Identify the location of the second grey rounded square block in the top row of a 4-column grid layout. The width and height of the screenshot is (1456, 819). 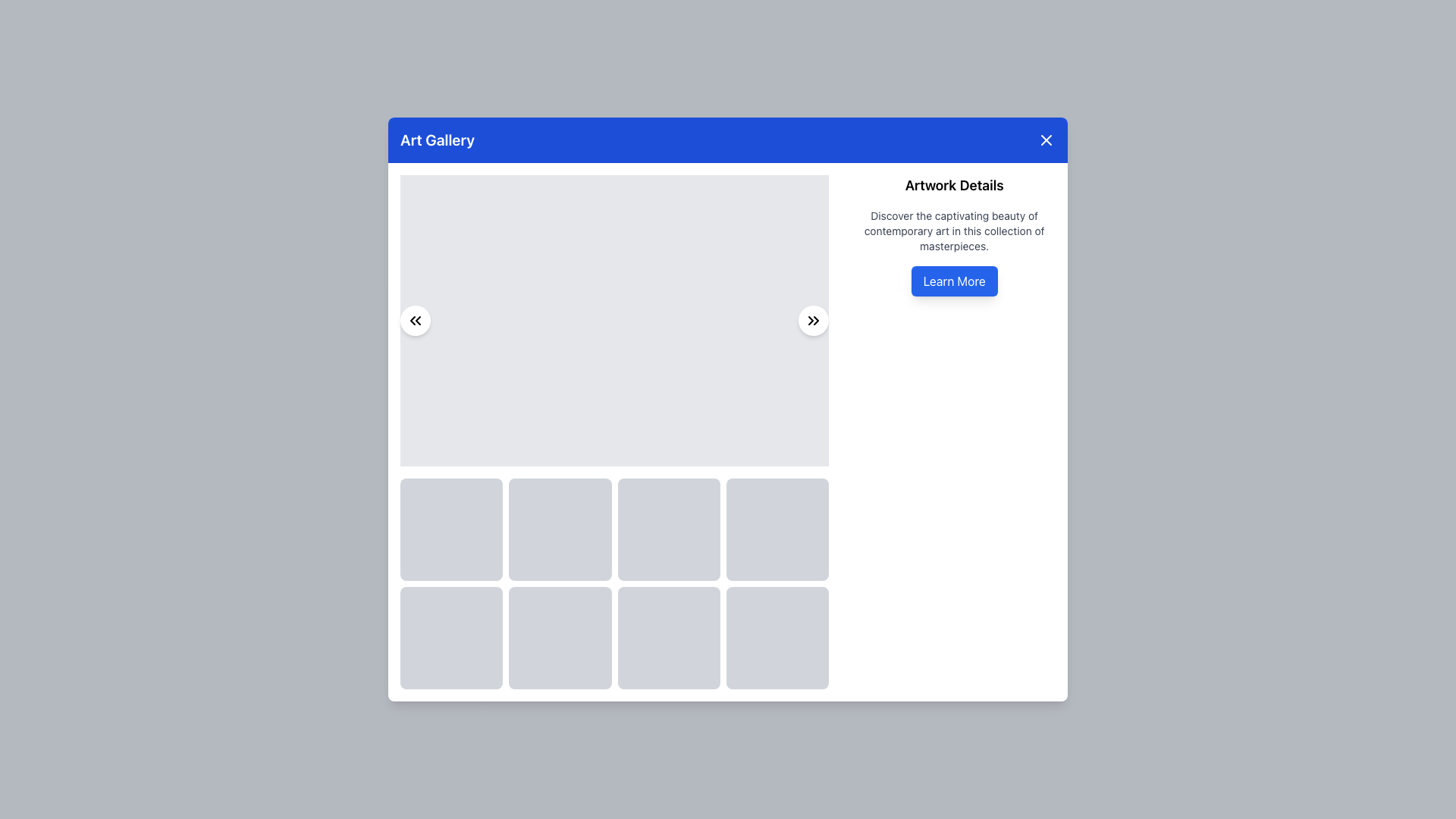
(560, 529).